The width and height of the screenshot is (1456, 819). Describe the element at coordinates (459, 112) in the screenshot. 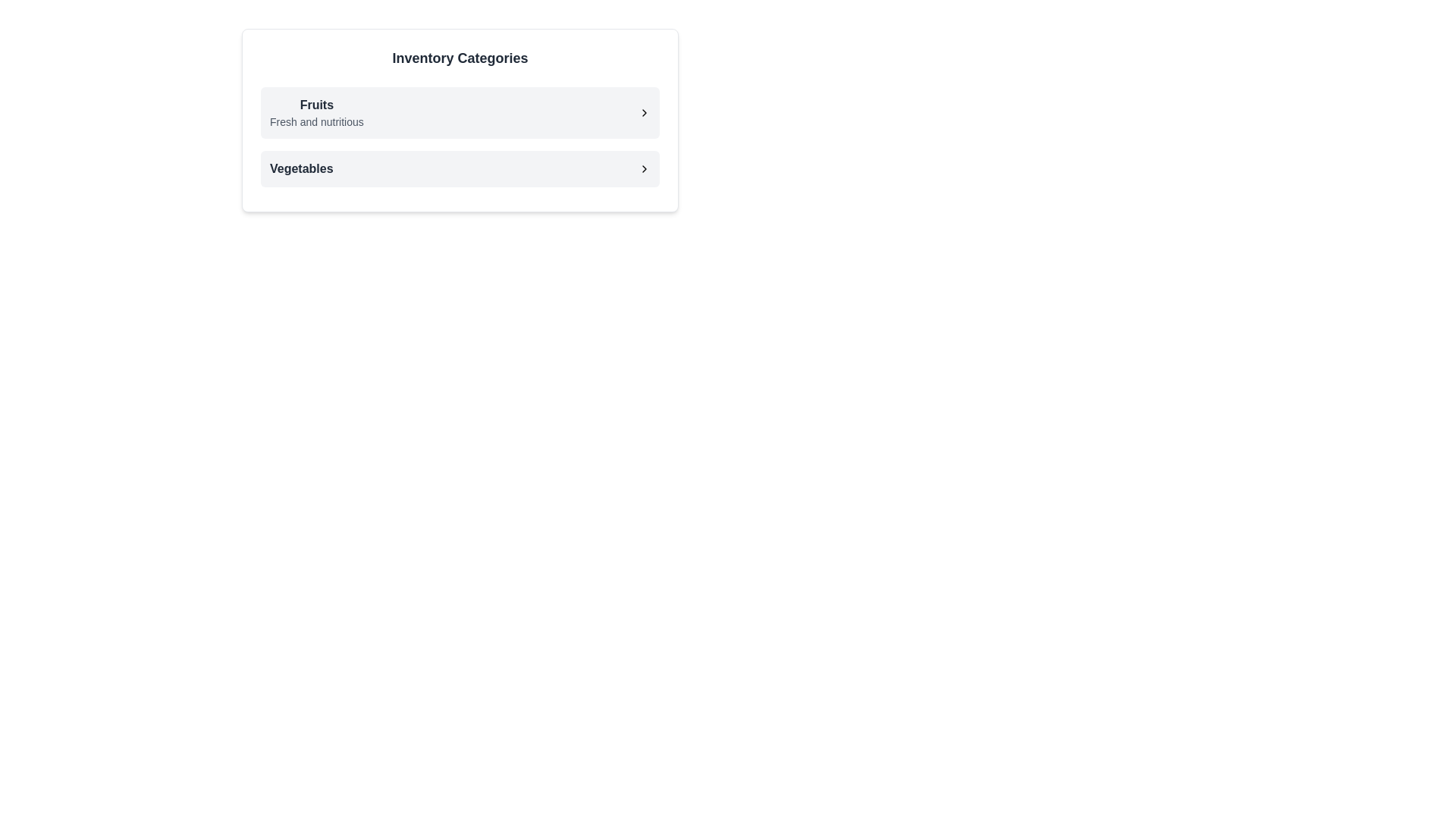

I see `to select the 'Fruits' category in the Inventory Categories list, which is the first entry above 'Vegetables'` at that location.